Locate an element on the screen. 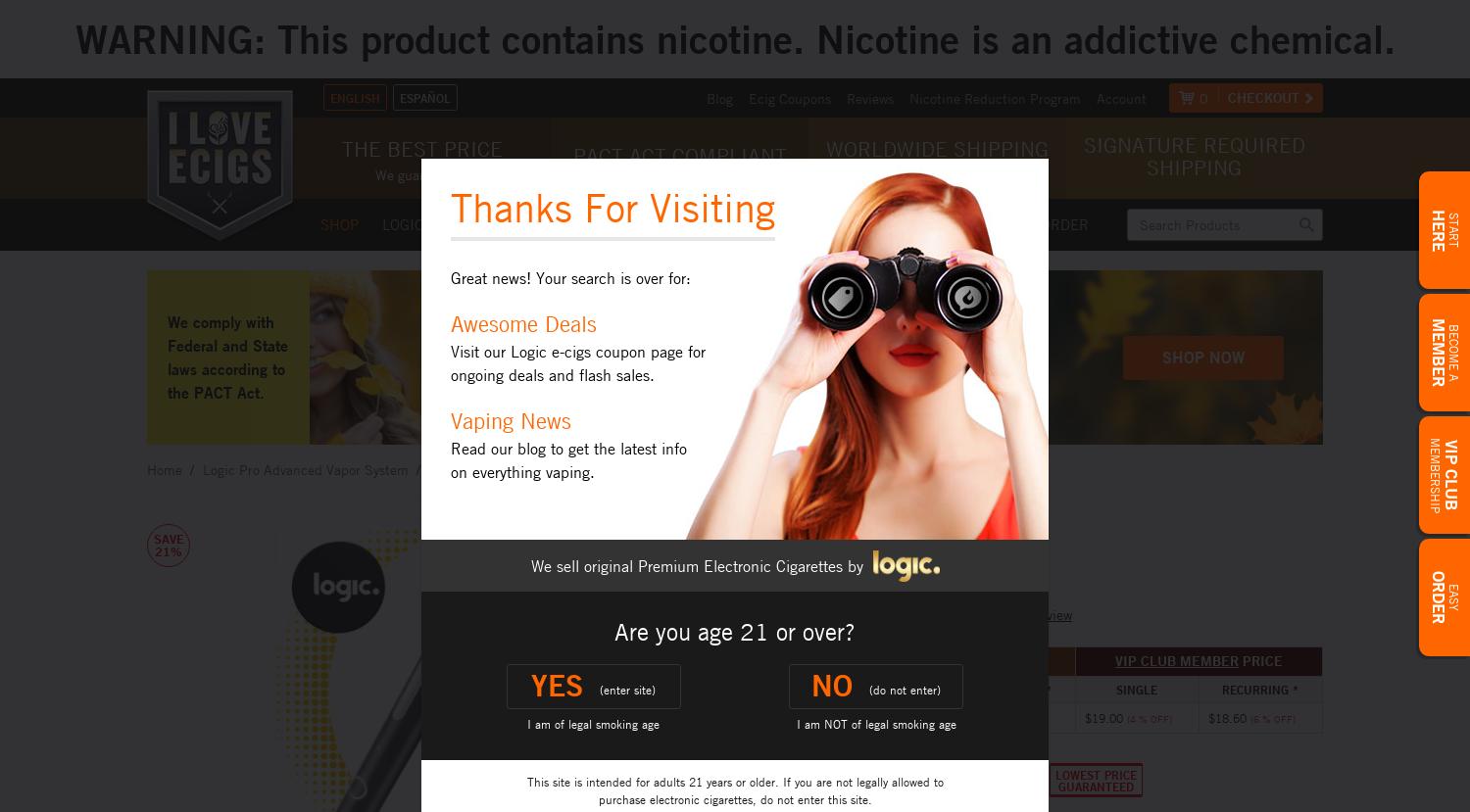 This screenshot has width=1470, height=812. 'Worldwide shipping' is located at coordinates (823, 149).